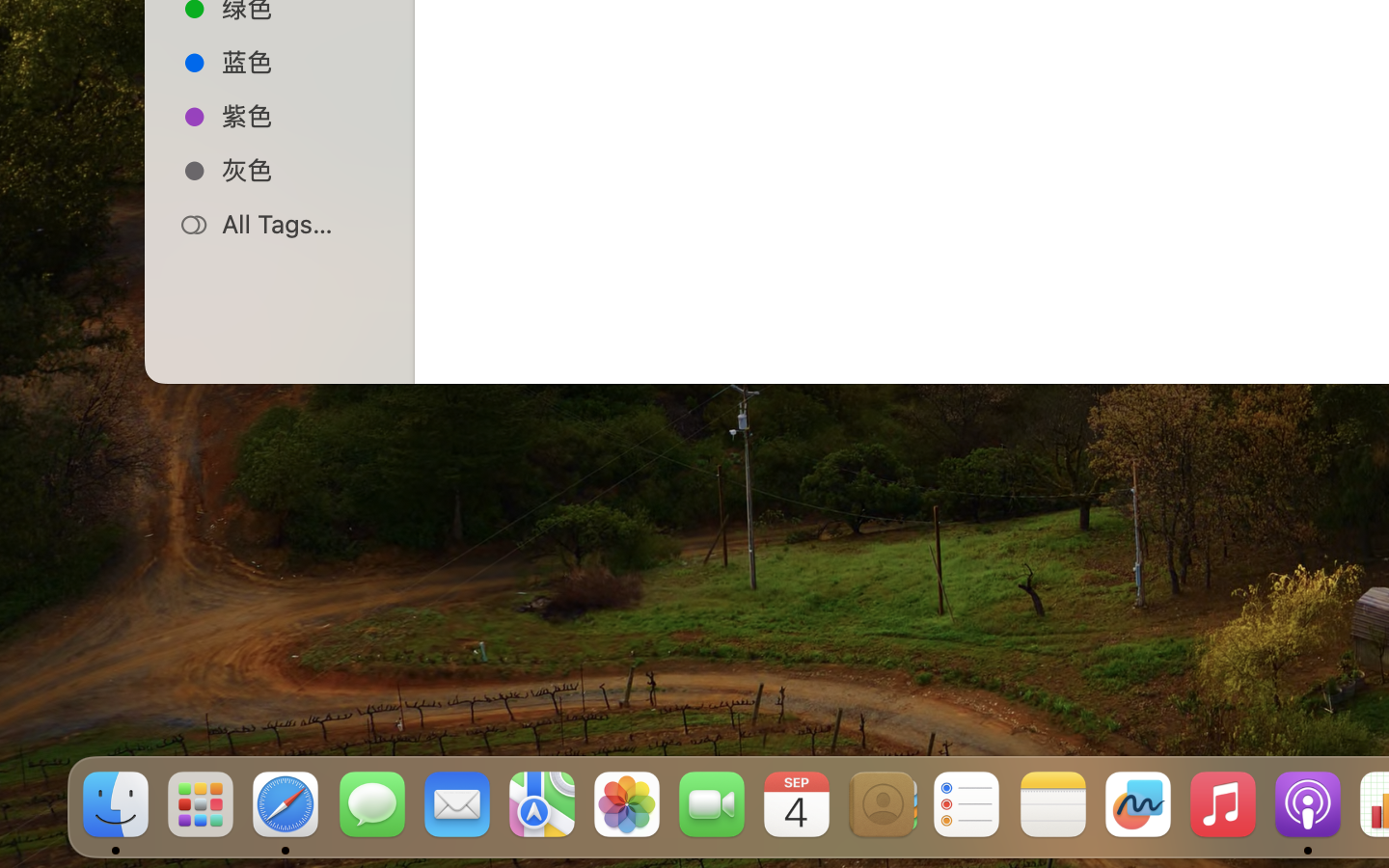 This screenshot has height=868, width=1389. I want to click on '蓝色', so click(300, 60).